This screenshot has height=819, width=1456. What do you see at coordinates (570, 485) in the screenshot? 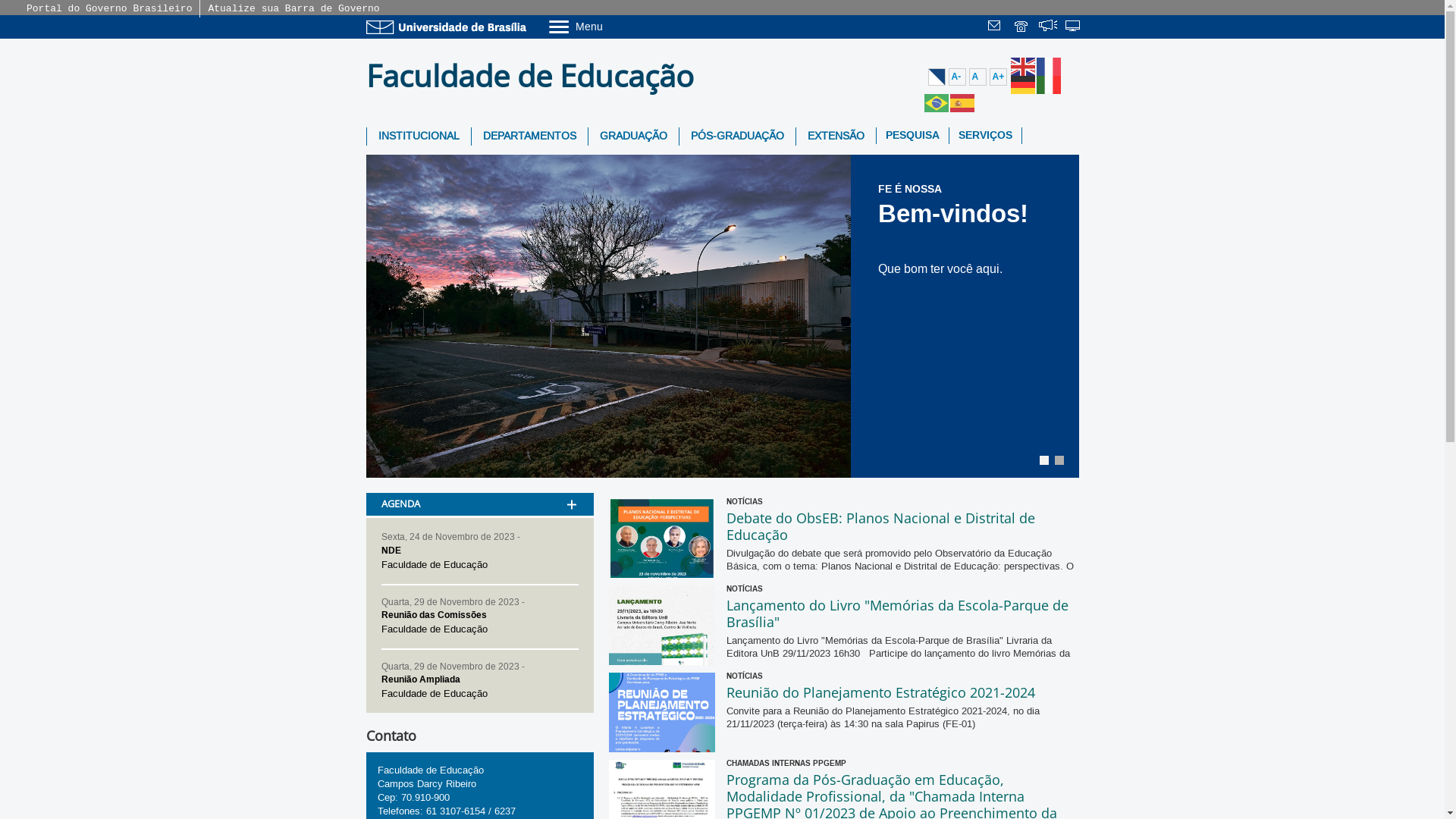
I see `'+'` at bounding box center [570, 485].